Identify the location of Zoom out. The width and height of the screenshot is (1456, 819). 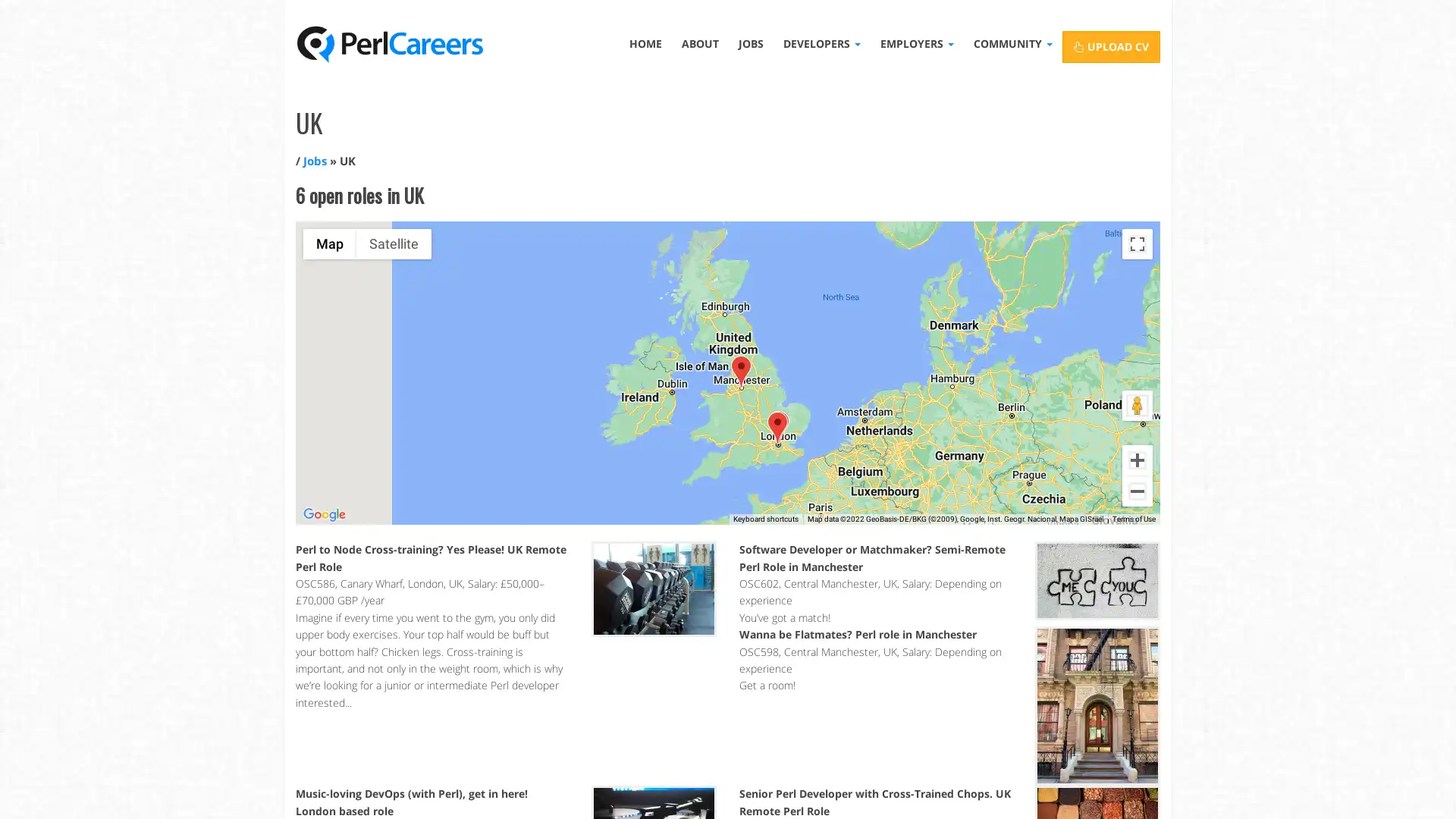
(1137, 491).